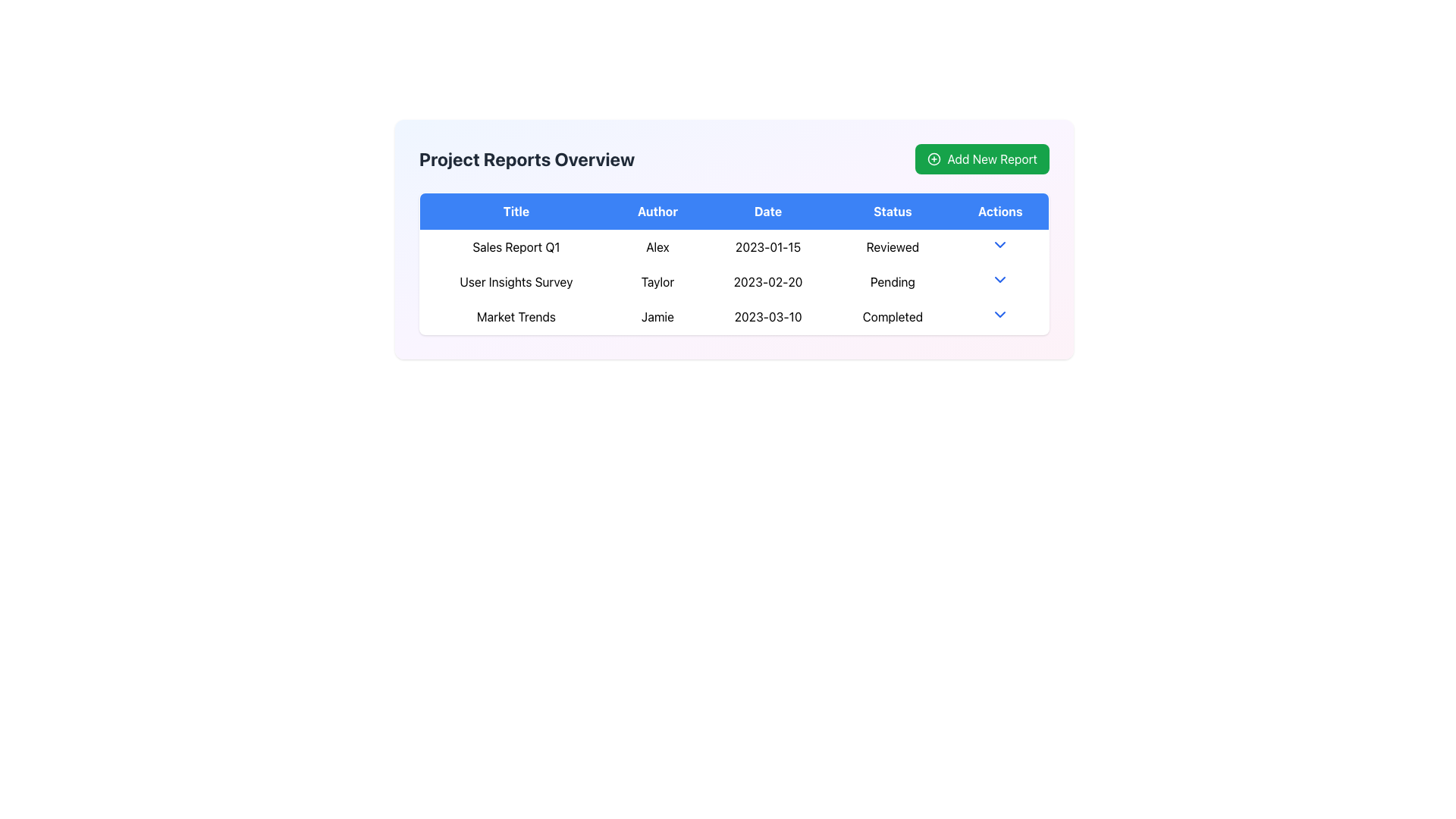 The width and height of the screenshot is (1456, 819). What do you see at coordinates (1000, 244) in the screenshot?
I see `the chevron icon located in the 'Actions' cell of the first row of the table` at bounding box center [1000, 244].